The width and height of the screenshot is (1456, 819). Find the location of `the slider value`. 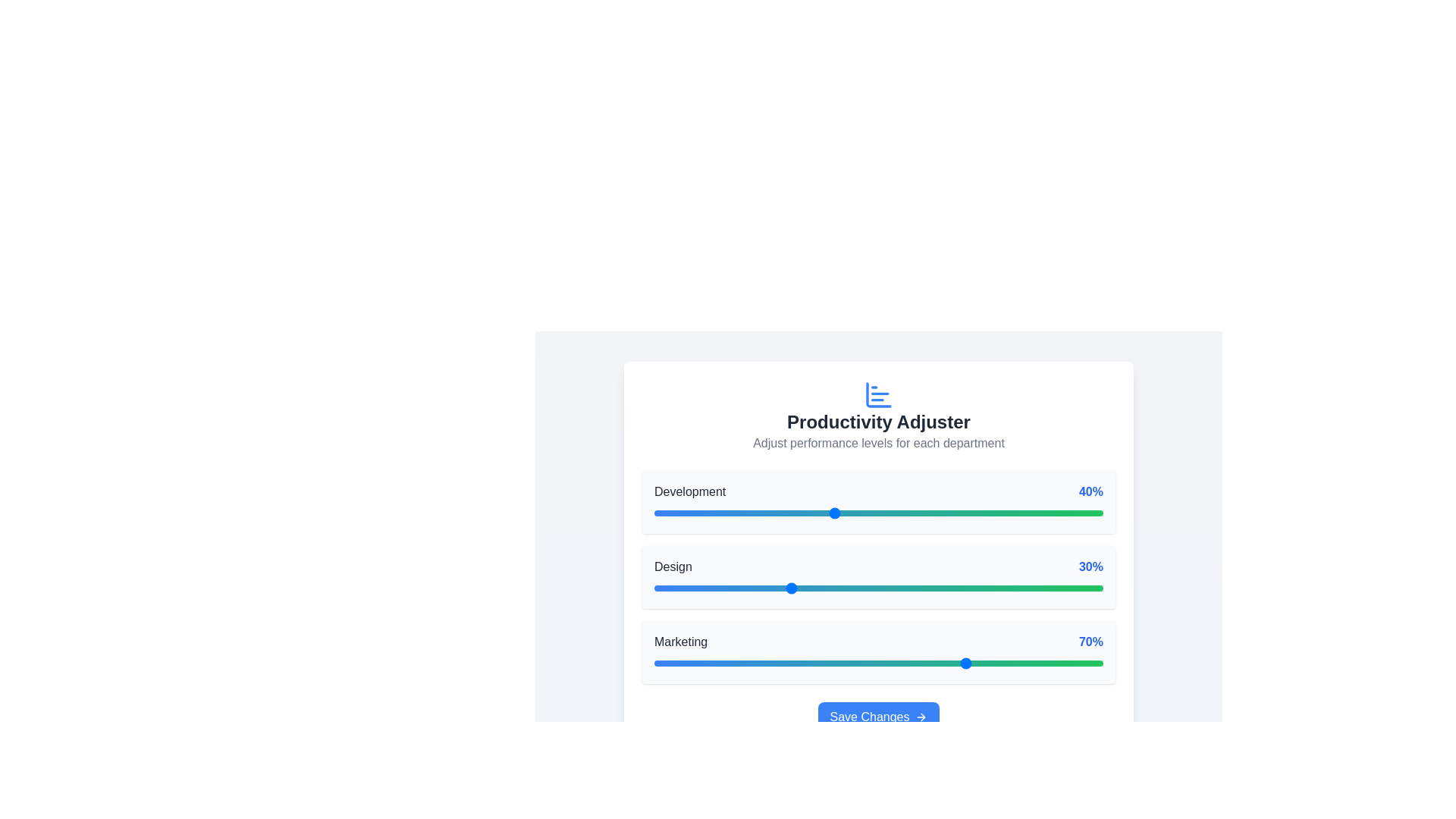

the slider value is located at coordinates (986, 663).